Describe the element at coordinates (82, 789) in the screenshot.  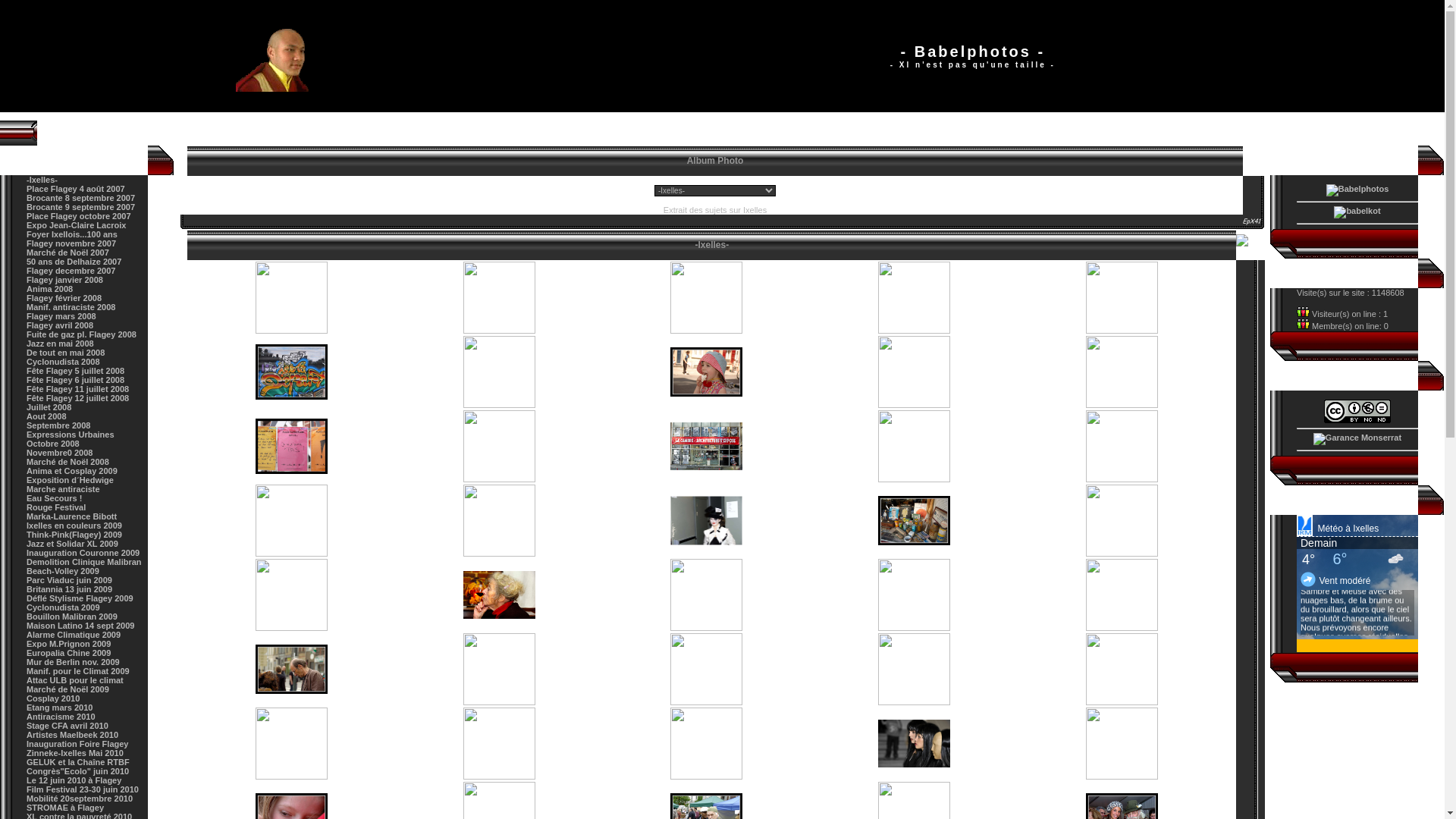
I see `'Film Festival 23-30 juin 2010'` at that location.